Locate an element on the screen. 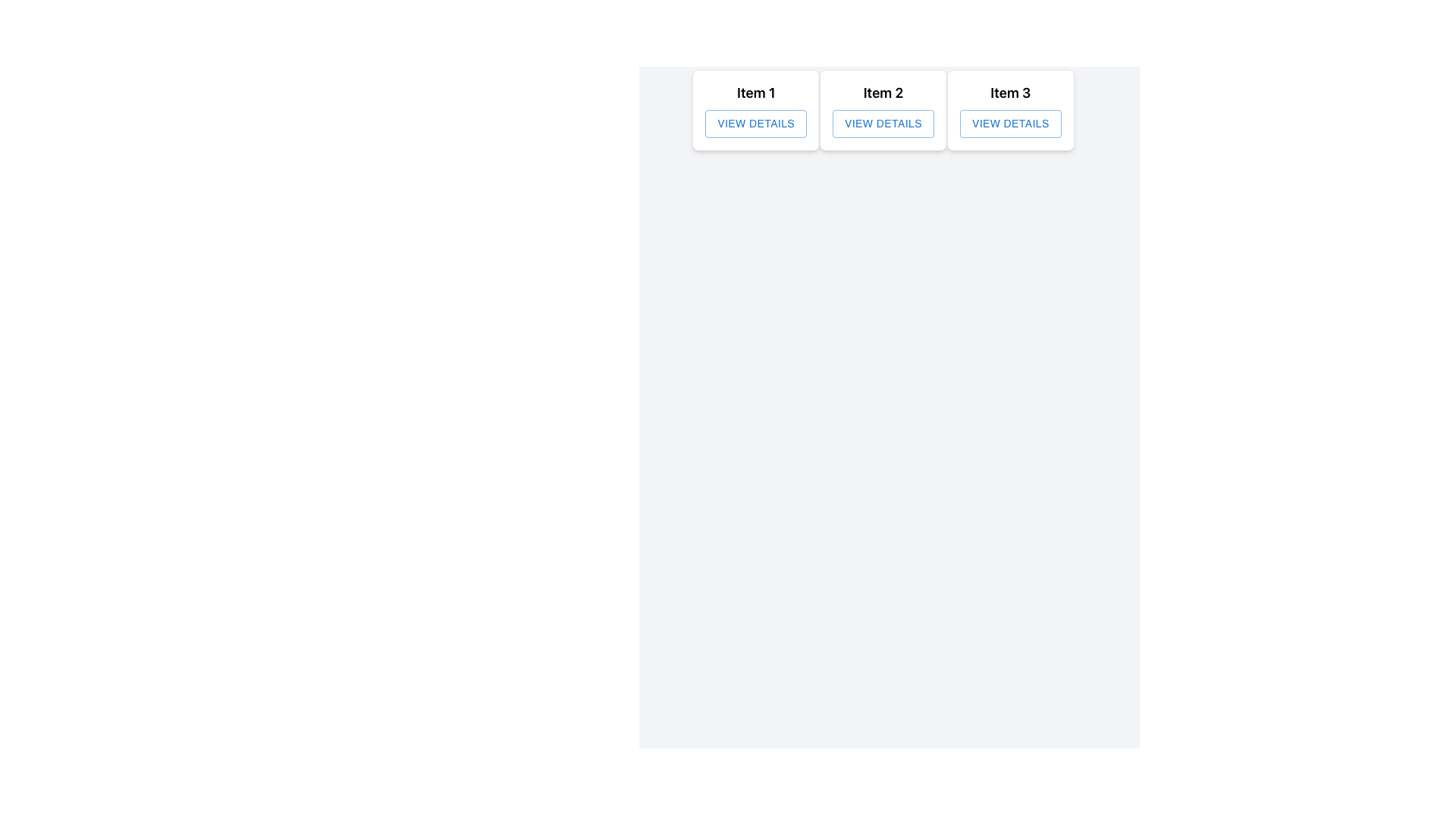 The width and height of the screenshot is (1456, 819). the 'View Details' button, which is a rectangular button with a white background and blue border is located at coordinates (883, 123).